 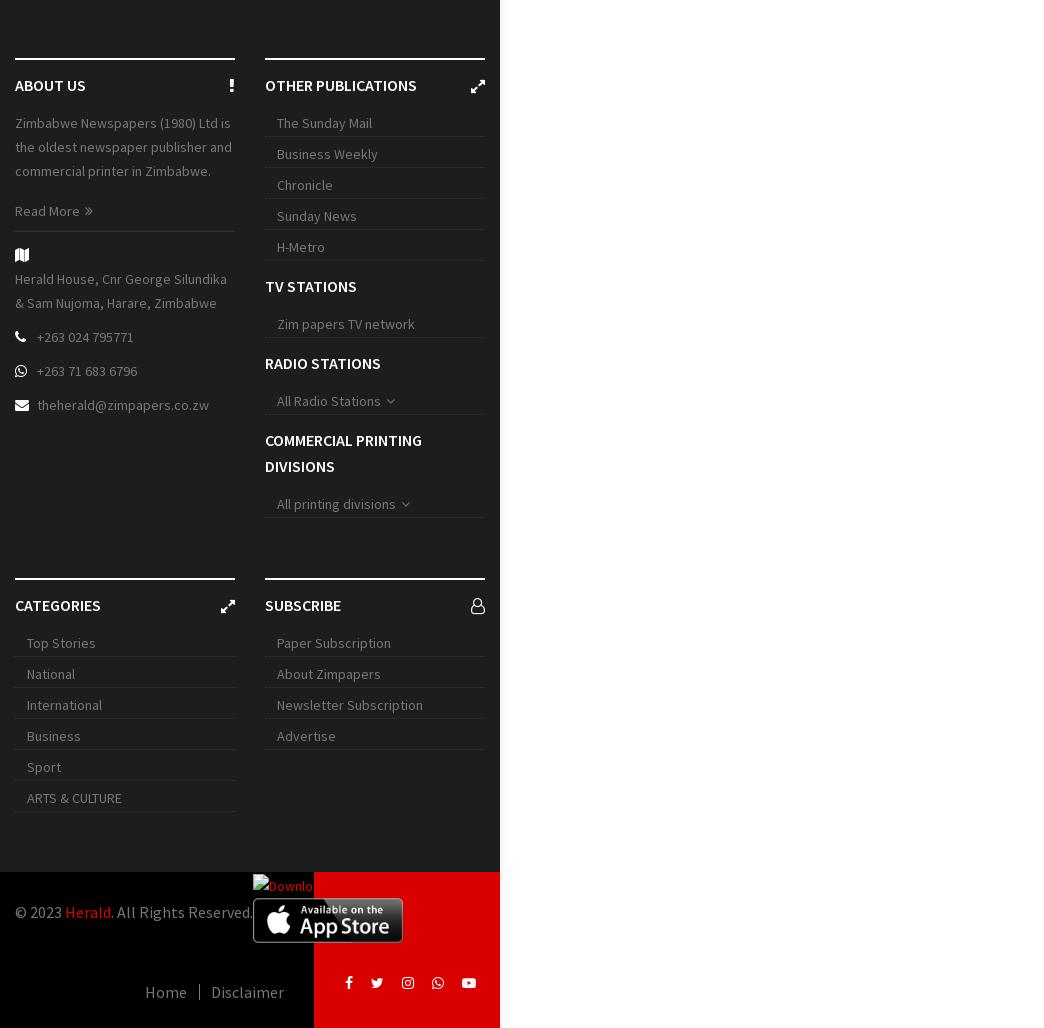 I want to click on 'Paper Subscription', so click(x=333, y=643).